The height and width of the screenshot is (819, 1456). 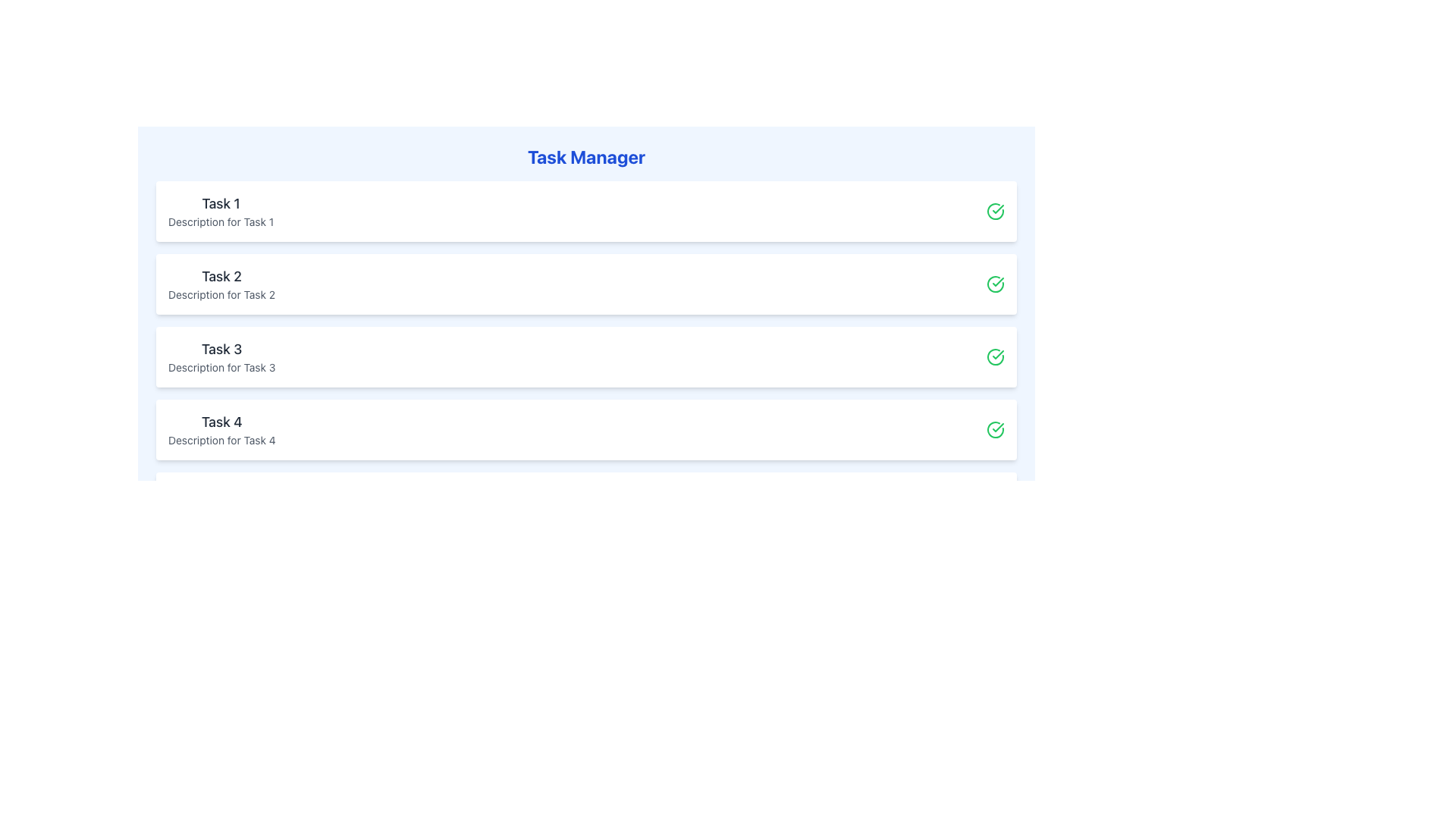 What do you see at coordinates (221, 350) in the screenshot?
I see `the text label displaying 'Task 3' in a bold font located at the top part of the third task card` at bounding box center [221, 350].